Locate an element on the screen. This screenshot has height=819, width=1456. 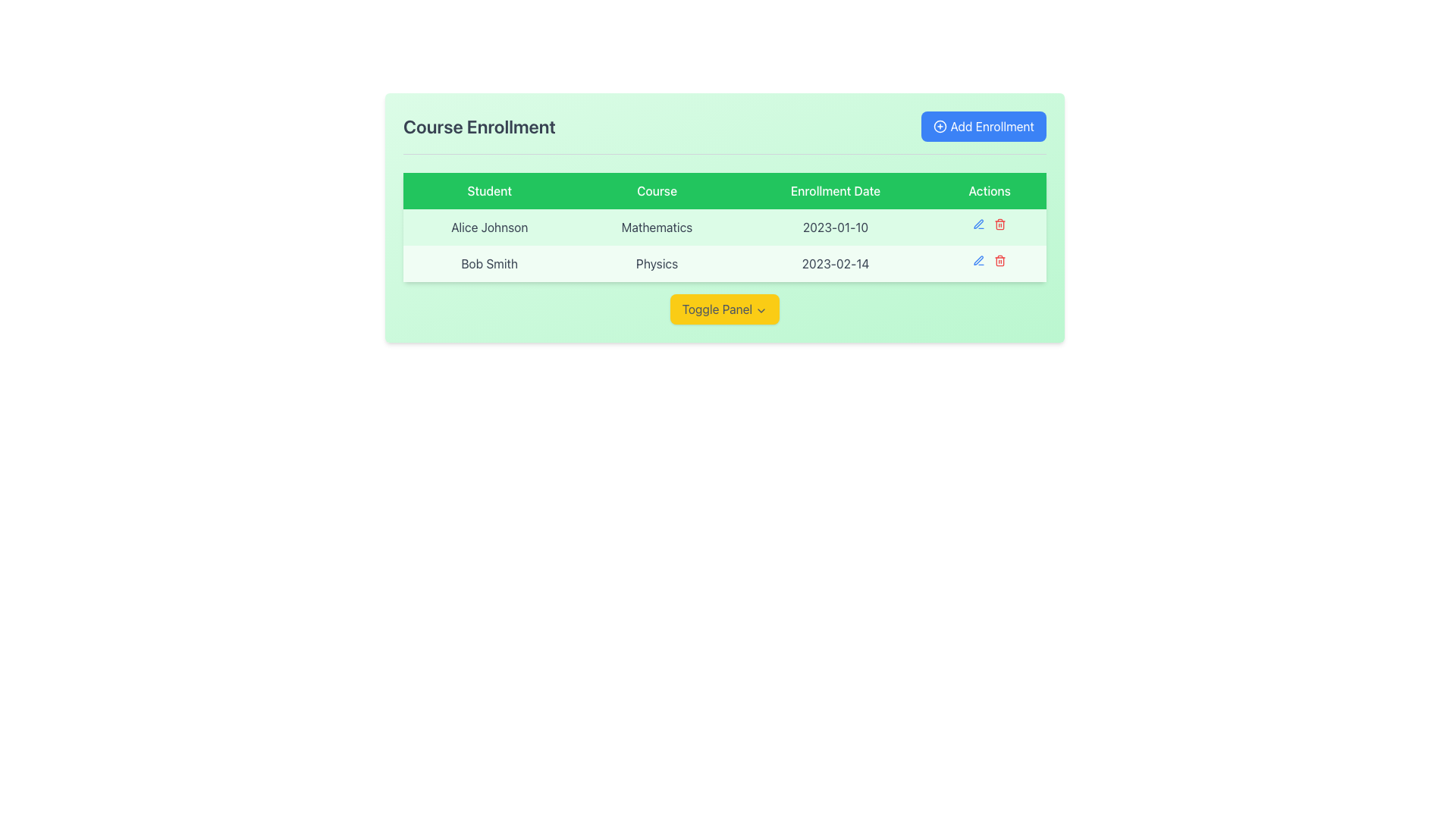
the static text label displaying the name 'Alice Johnson', which represents a student in the enrollment data is located at coordinates (489, 227).